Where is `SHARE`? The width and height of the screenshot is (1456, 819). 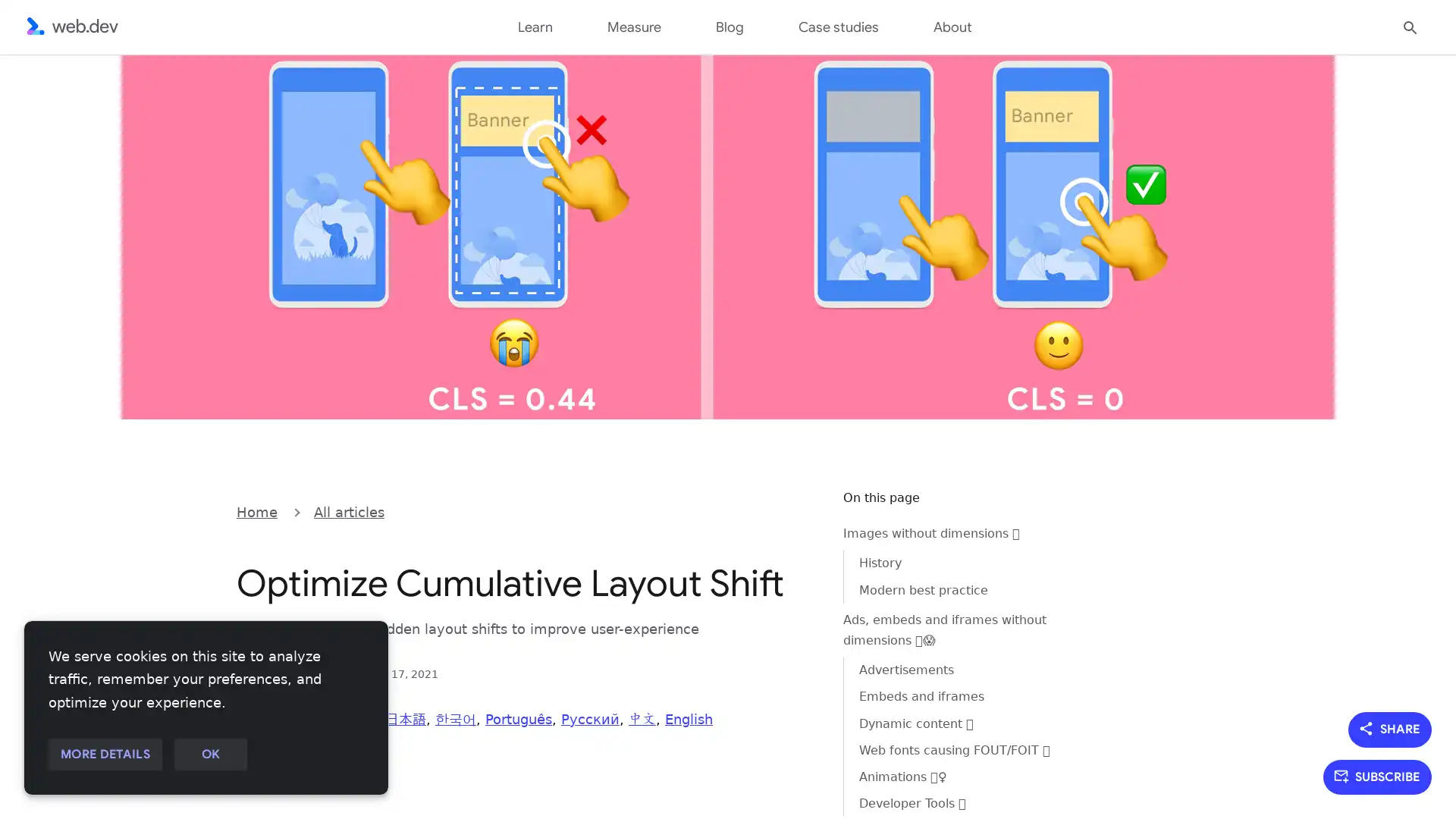
SHARE is located at coordinates (1390, 728).